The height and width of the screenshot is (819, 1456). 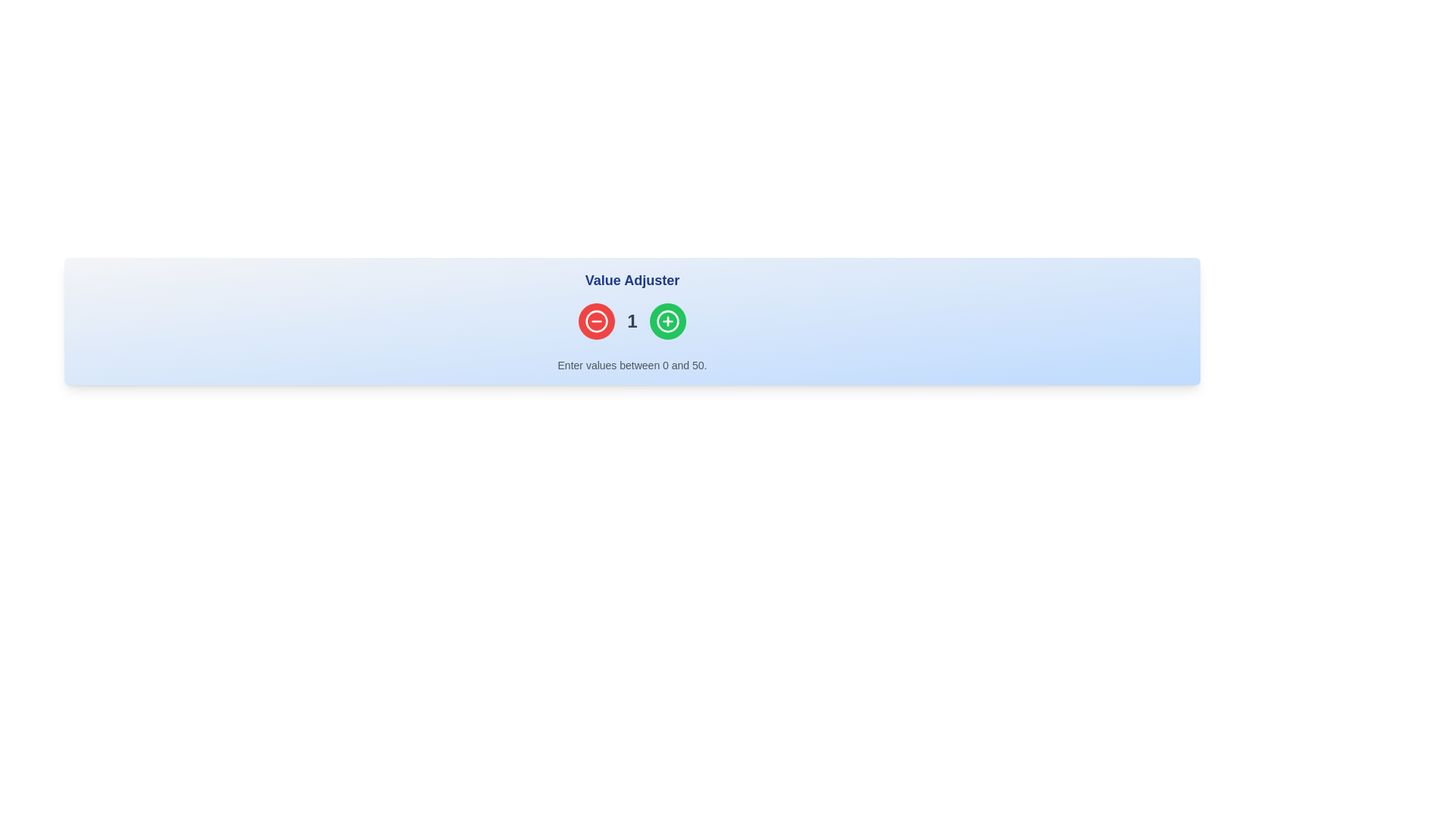 I want to click on the increment button located on the far right side of the 'Value Adjuster' section, so click(x=667, y=321).